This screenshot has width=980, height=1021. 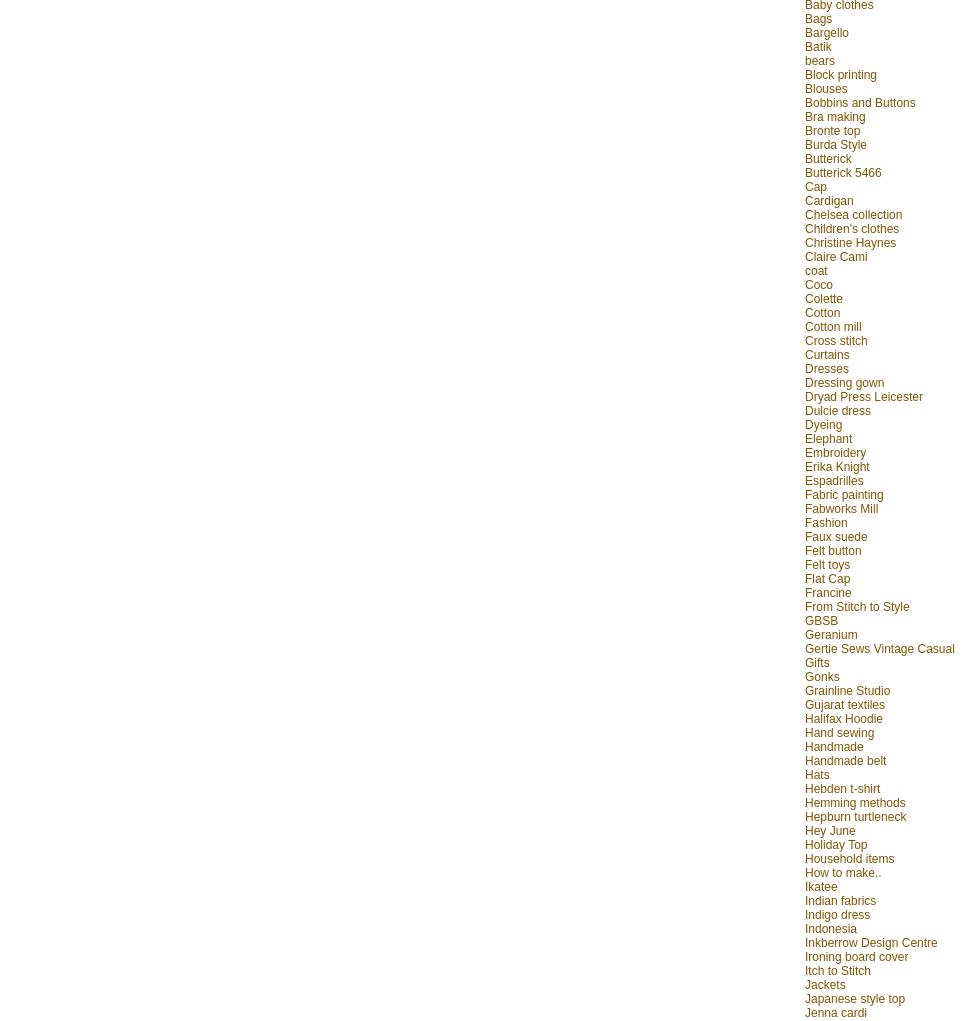 I want to click on 'Indigo dress', so click(x=837, y=913).